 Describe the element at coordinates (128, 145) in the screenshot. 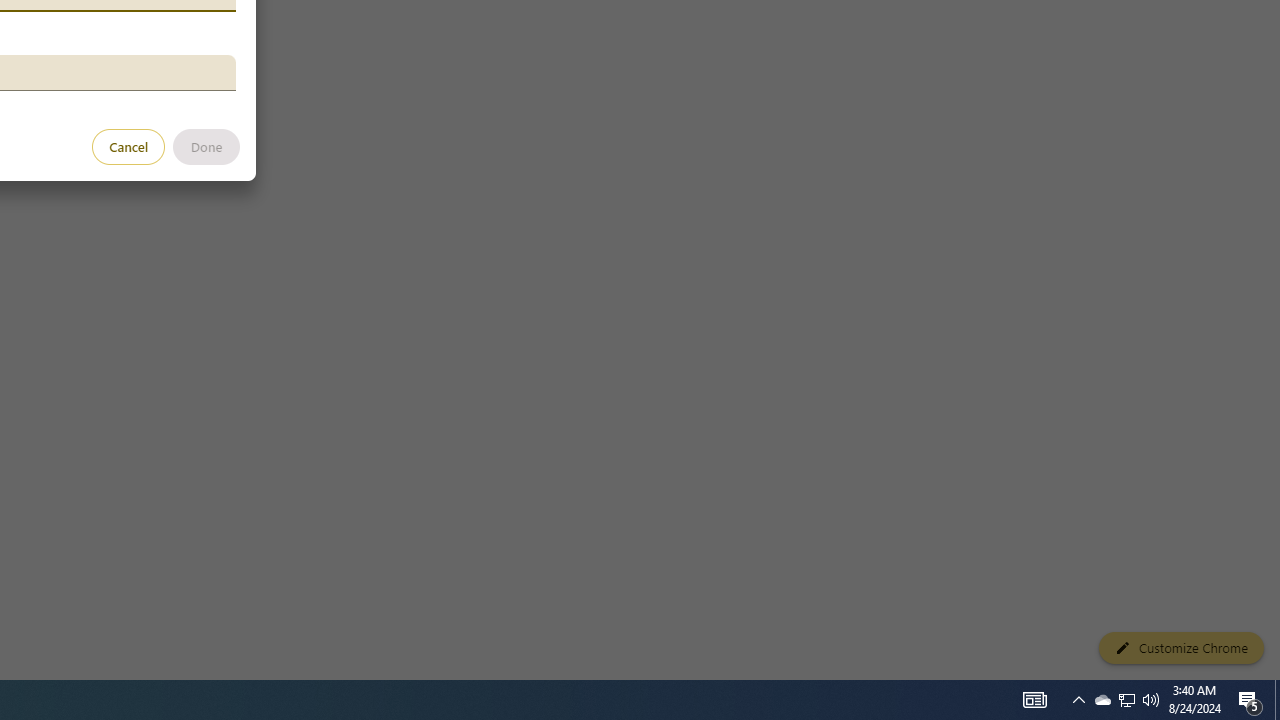

I see `'Cancel'` at that location.